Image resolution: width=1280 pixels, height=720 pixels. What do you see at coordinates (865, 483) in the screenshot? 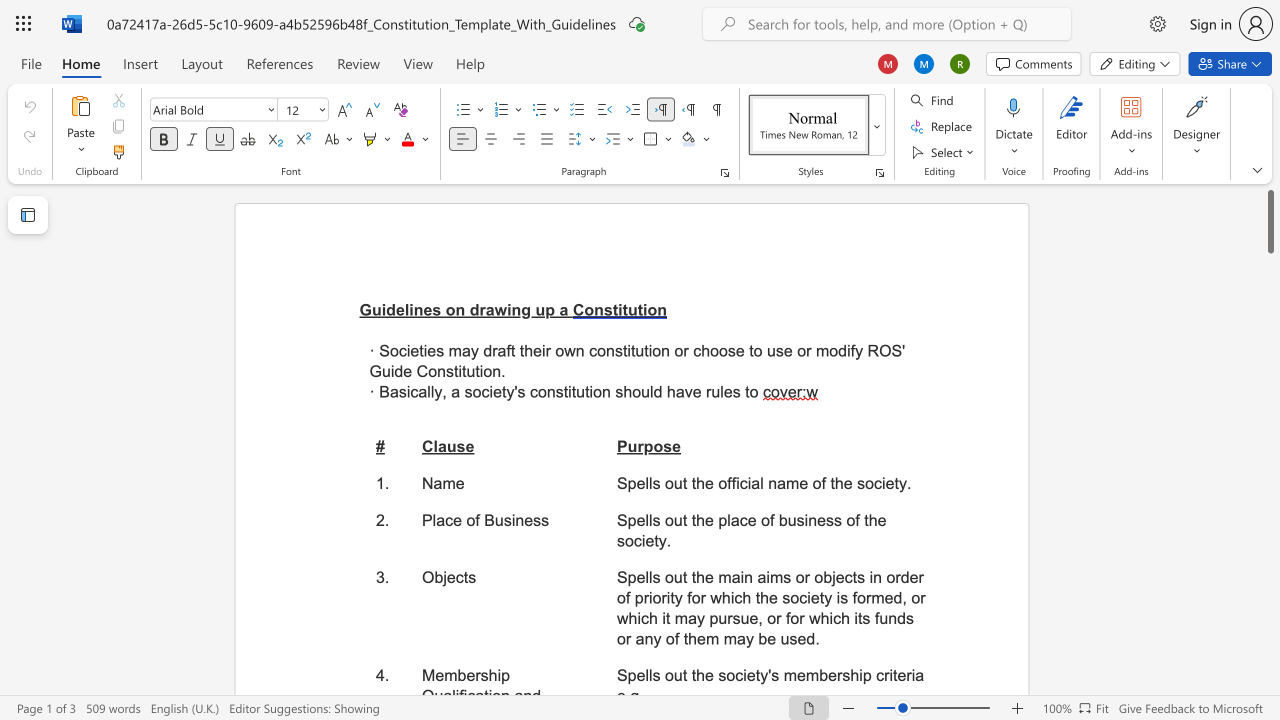
I see `the space between the continuous character "s" and "o" in the text` at bounding box center [865, 483].